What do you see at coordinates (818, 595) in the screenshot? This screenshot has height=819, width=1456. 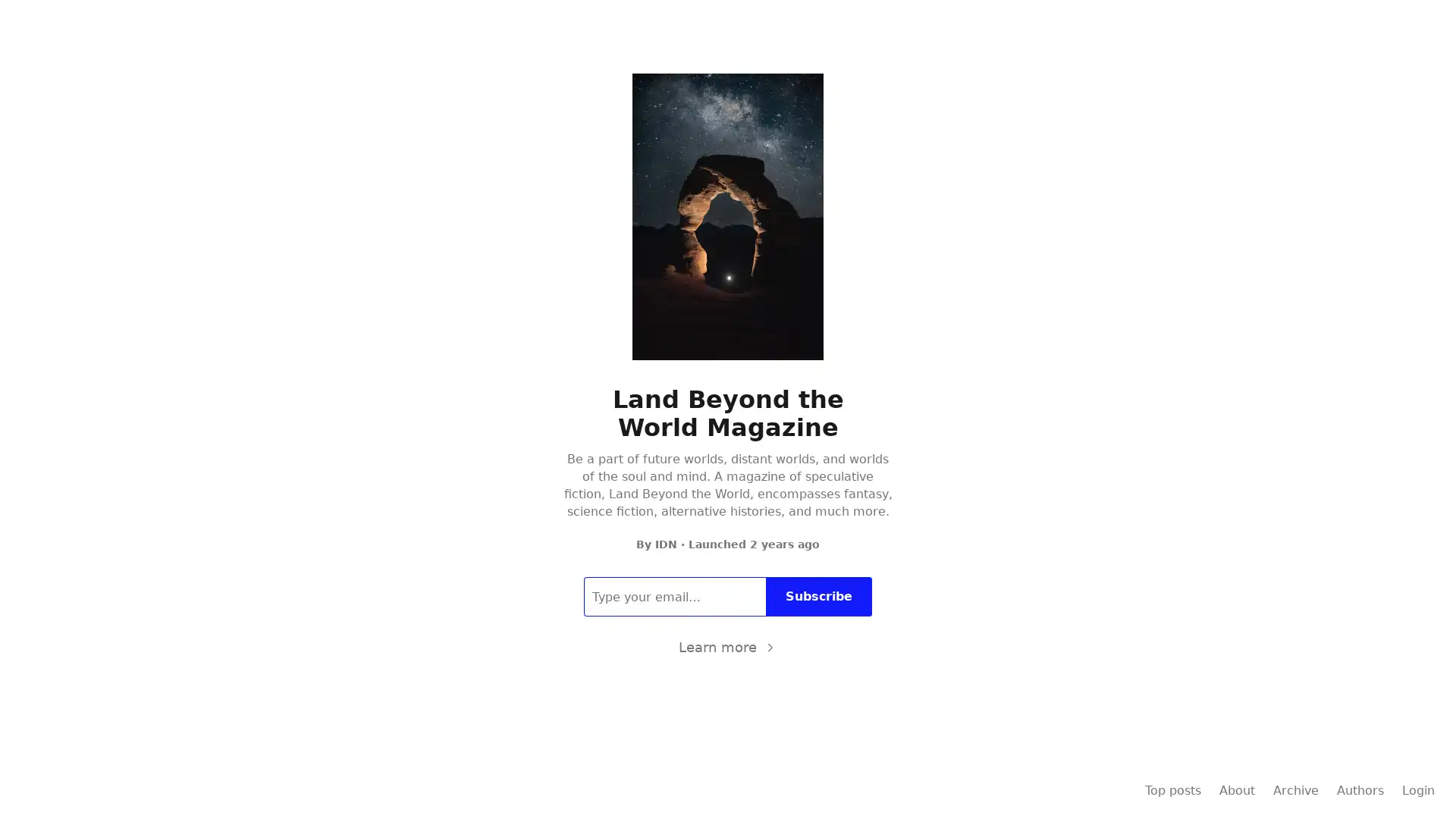 I see `Subscribe` at bounding box center [818, 595].